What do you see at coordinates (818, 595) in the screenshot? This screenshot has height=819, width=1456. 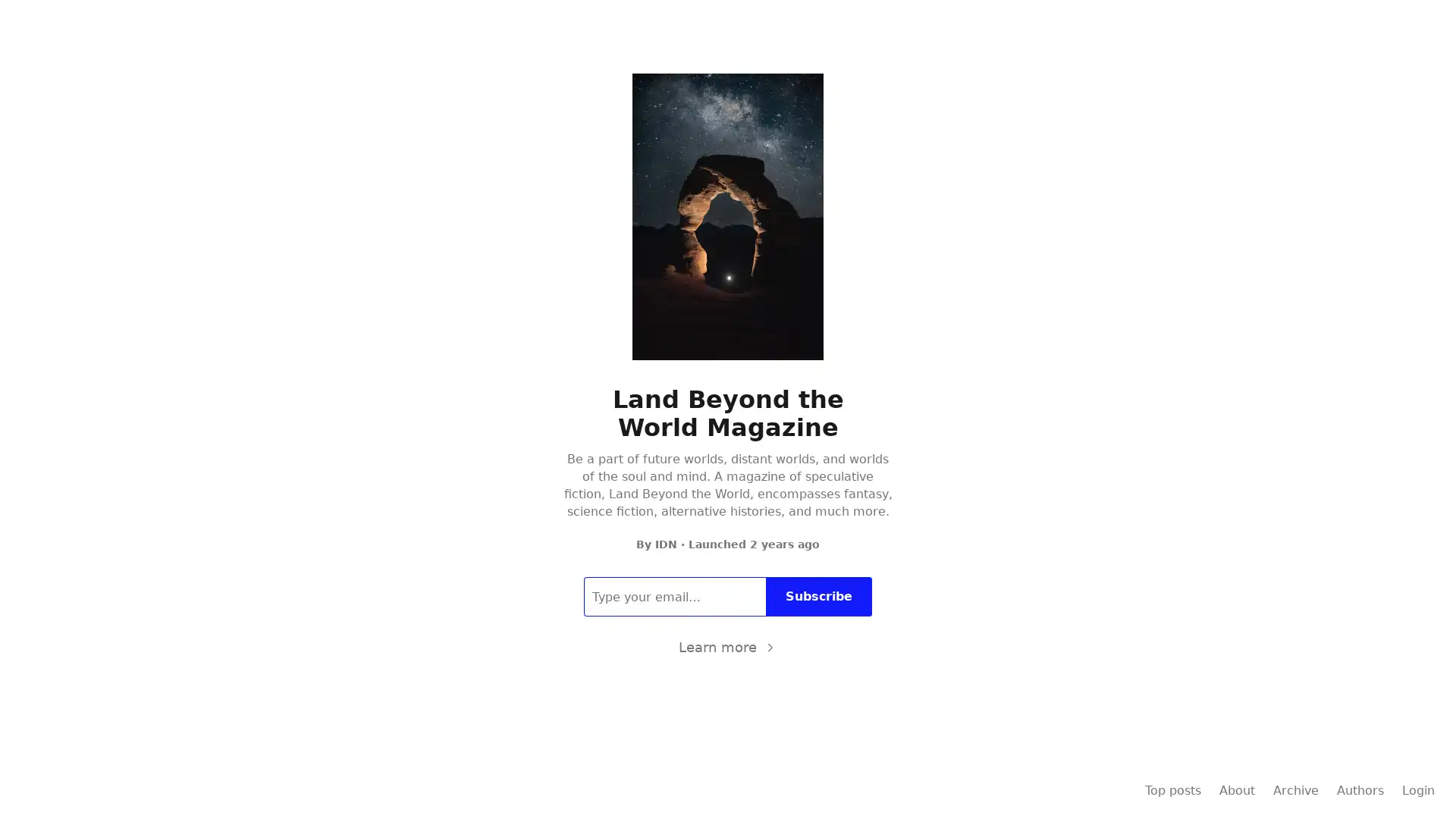 I see `Subscribe` at bounding box center [818, 595].